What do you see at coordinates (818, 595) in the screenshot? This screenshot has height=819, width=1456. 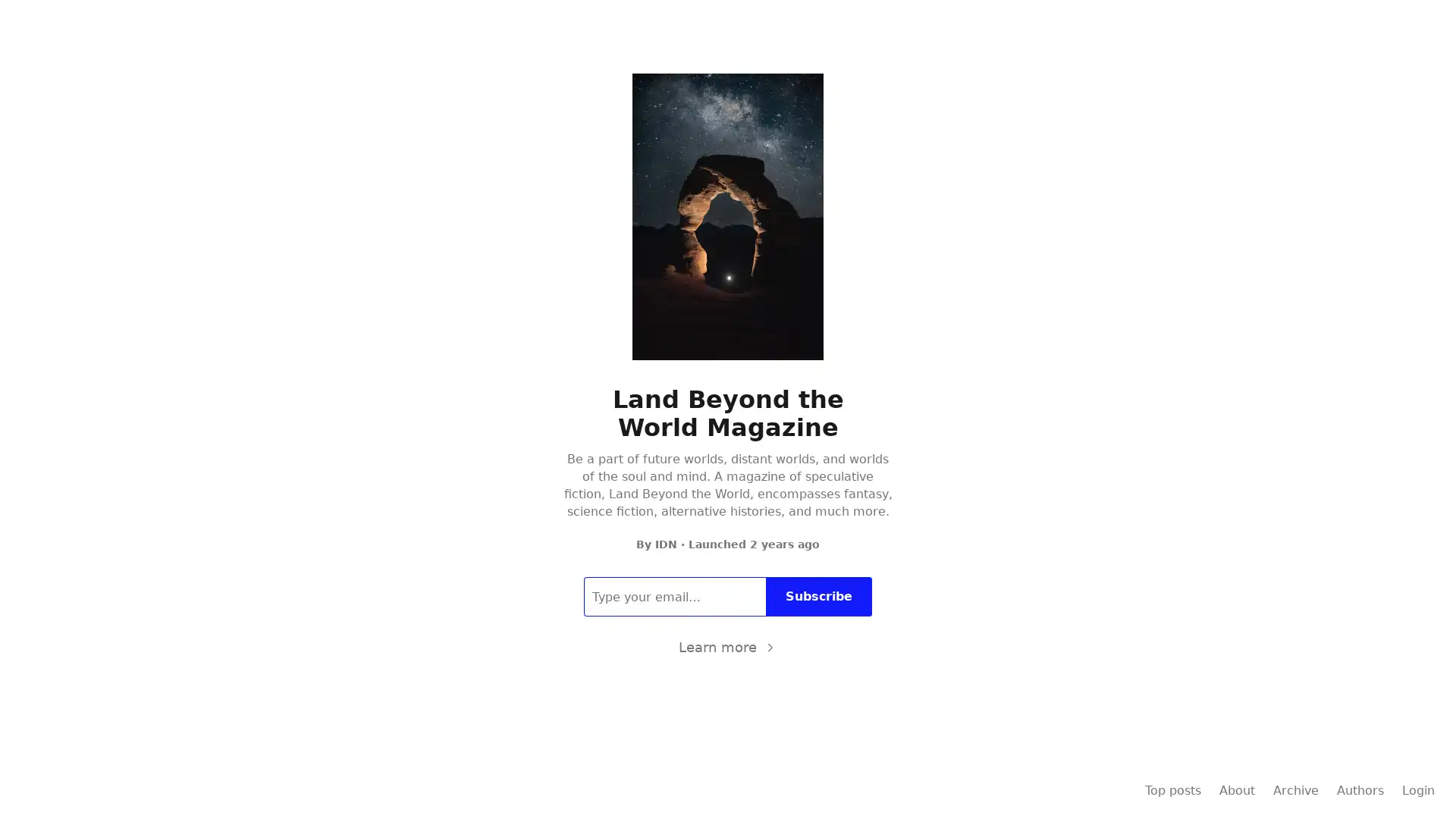 I see `Subscribe` at bounding box center [818, 595].